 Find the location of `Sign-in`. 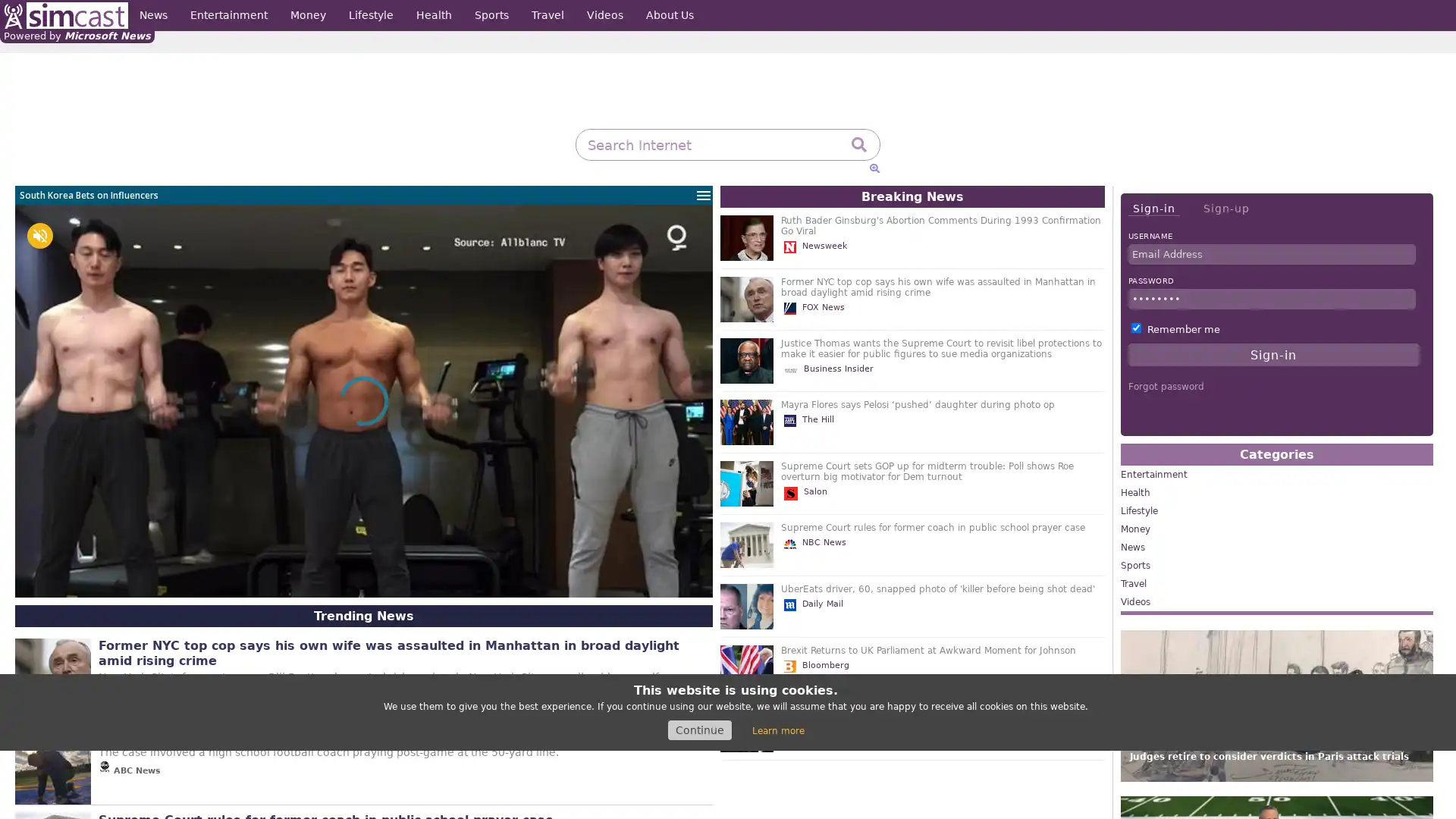

Sign-in is located at coordinates (1273, 354).